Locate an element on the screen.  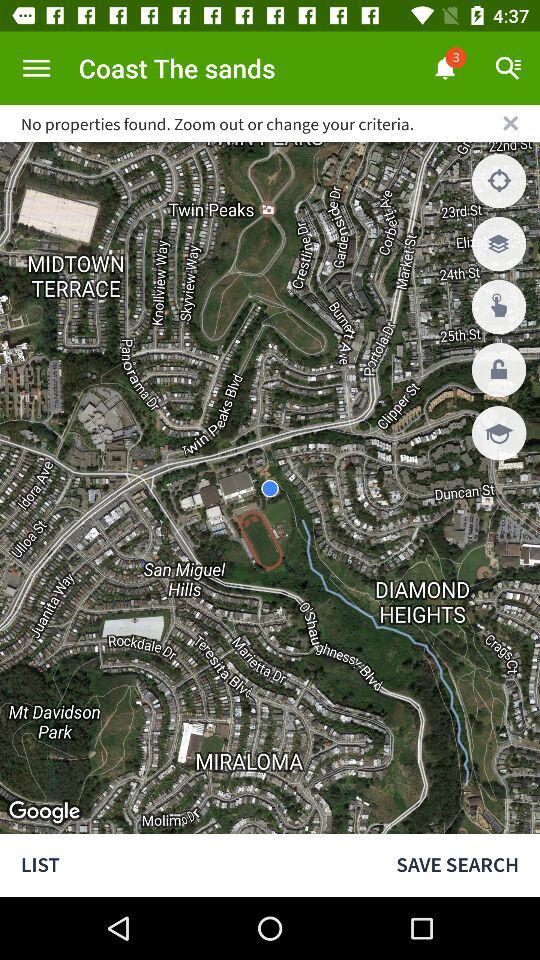
the close icon is located at coordinates (510, 122).